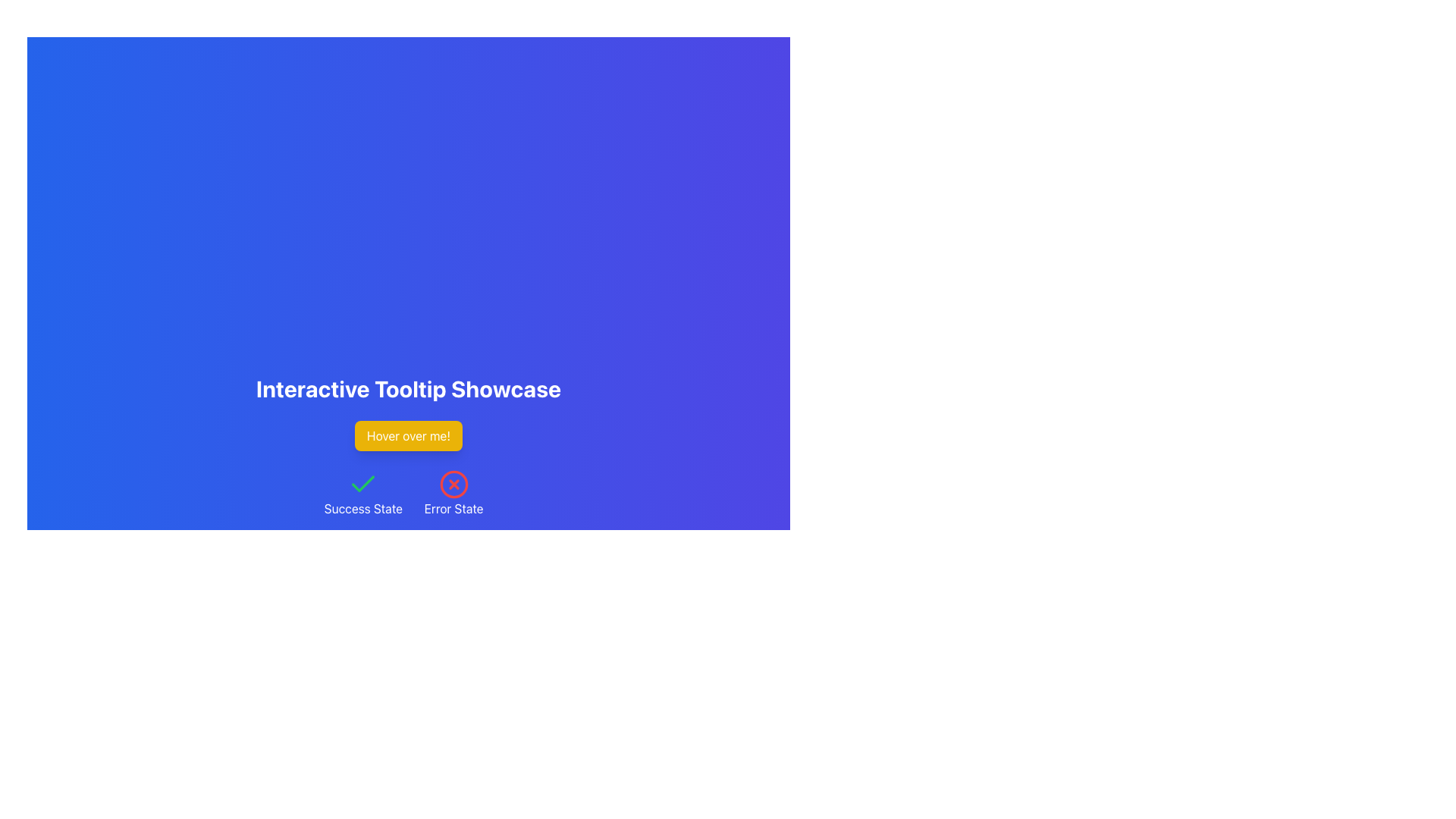 Image resolution: width=1456 pixels, height=819 pixels. What do you see at coordinates (362, 485) in the screenshot?
I see `the visual state of the 'success' icon located towards the left of the bottom section of the interface, adjacent to the 'Error State' icon` at bounding box center [362, 485].